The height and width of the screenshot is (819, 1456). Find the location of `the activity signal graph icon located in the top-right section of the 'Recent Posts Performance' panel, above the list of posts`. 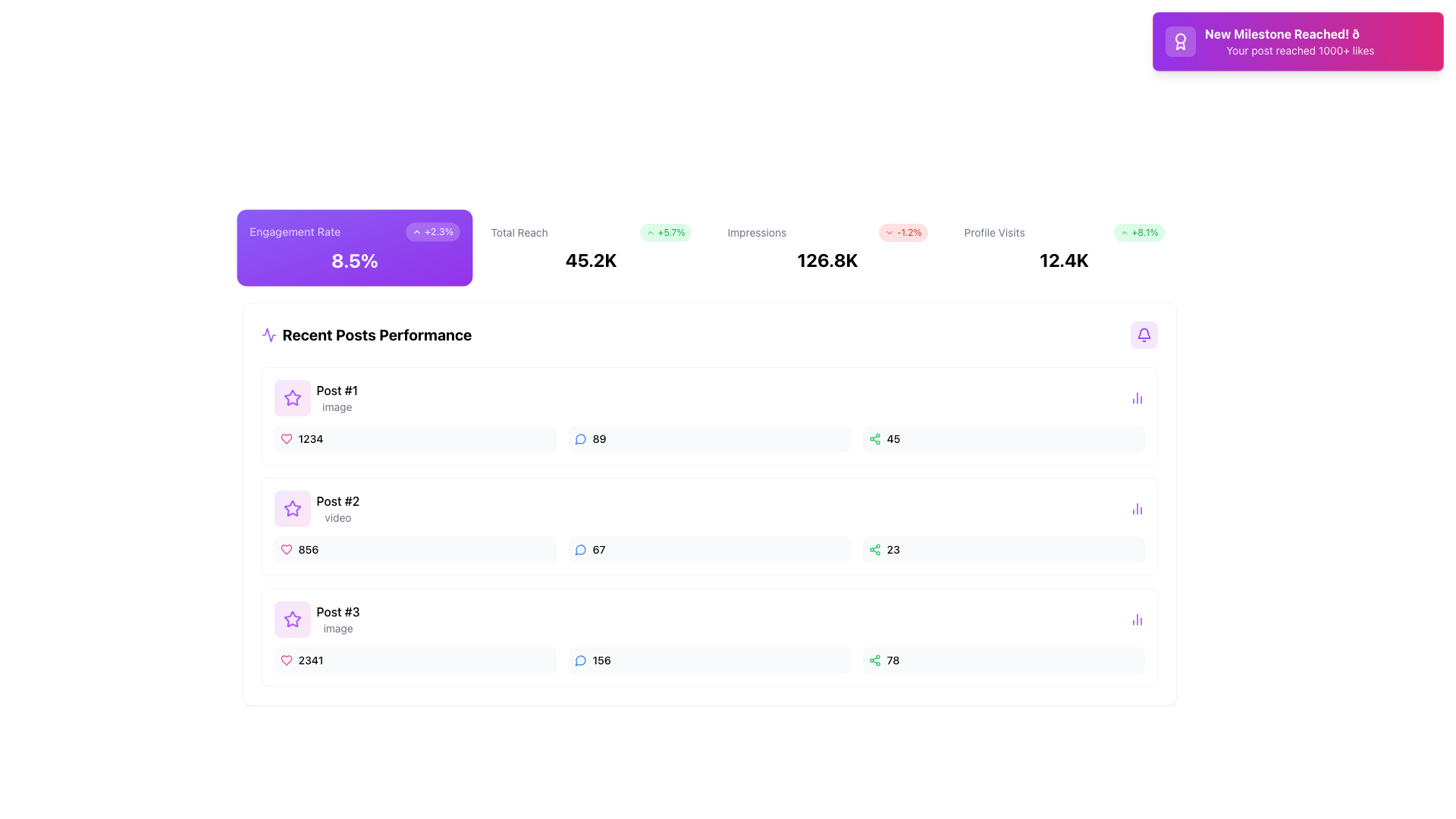

the activity signal graph icon located in the top-right section of the 'Recent Posts Performance' panel, above the list of posts is located at coordinates (268, 334).